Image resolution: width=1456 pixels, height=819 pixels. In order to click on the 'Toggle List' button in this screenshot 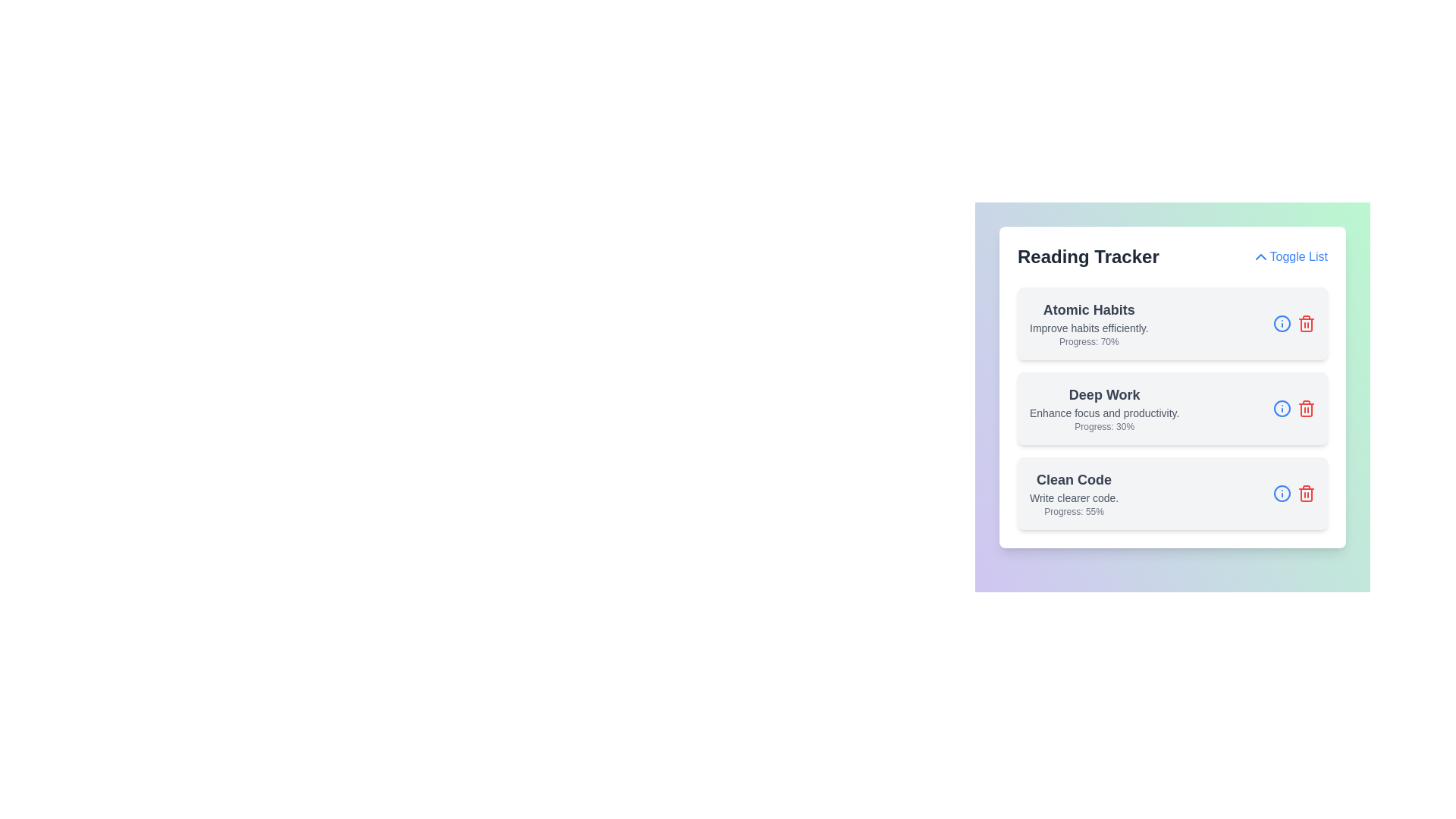, I will do `click(1288, 256)`.